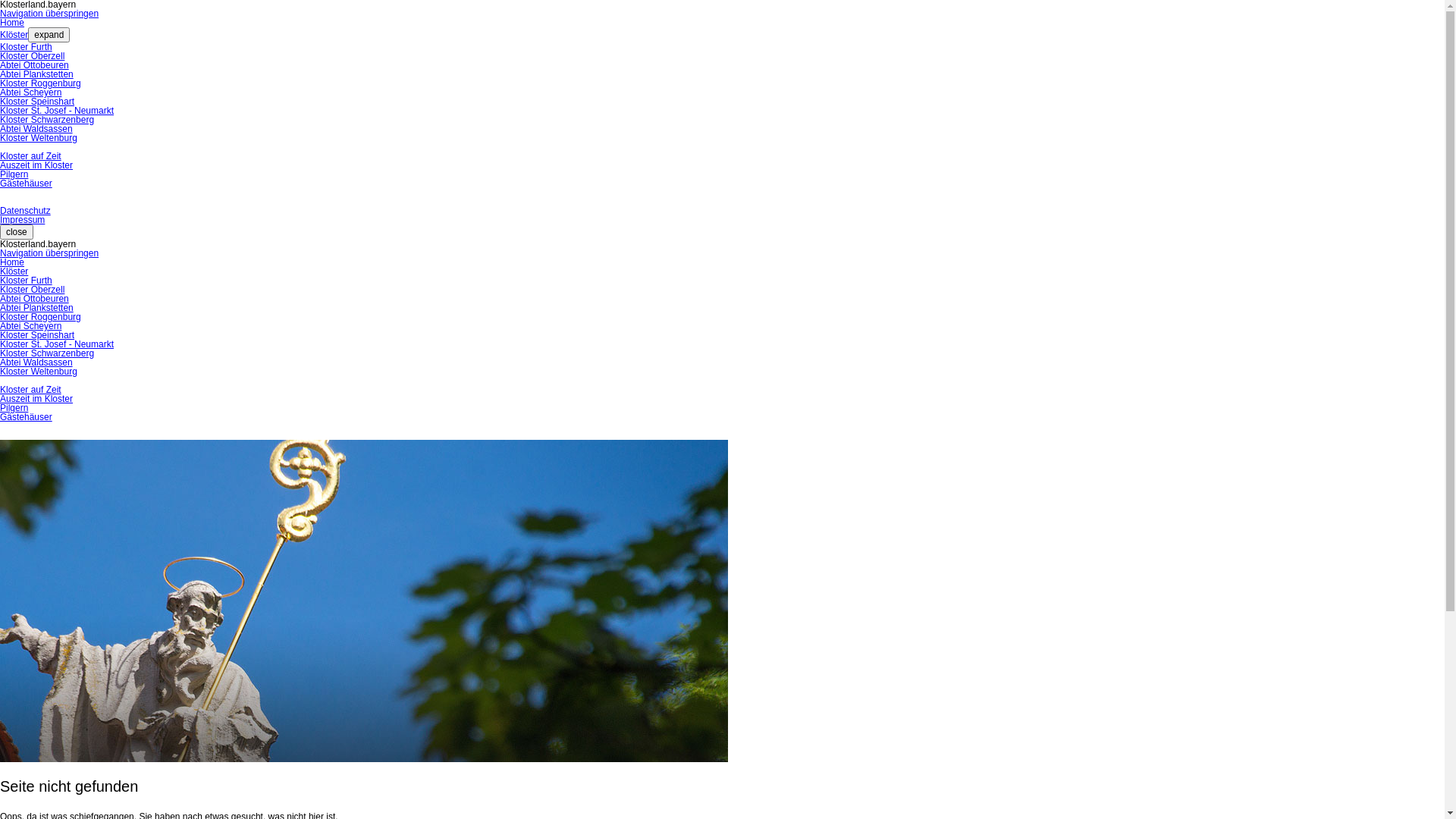 This screenshot has width=1456, height=819. I want to click on 'Kloster Weltenburg', so click(39, 137).